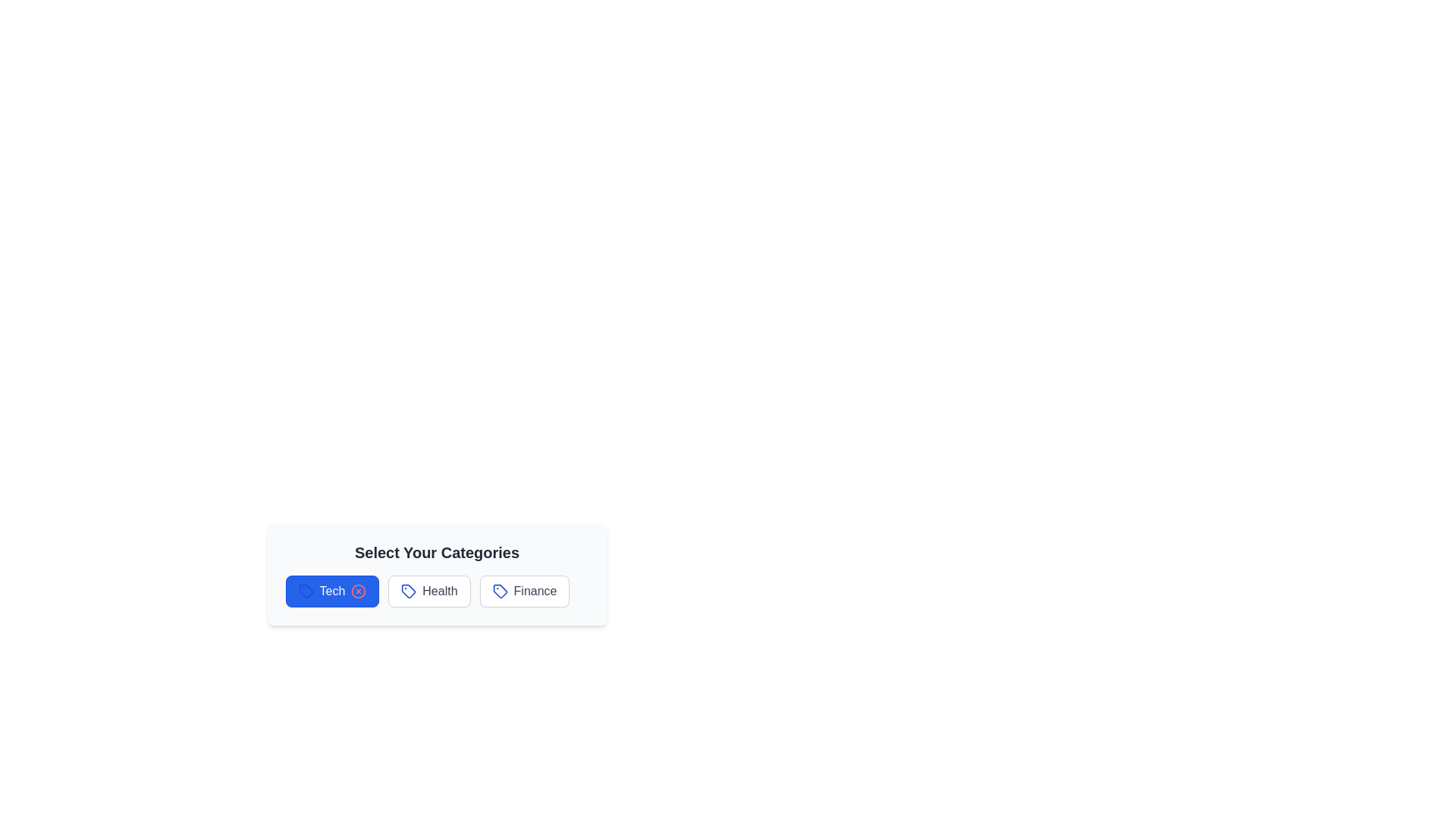 This screenshot has height=819, width=1456. What do you see at coordinates (331, 590) in the screenshot?
I see `the category Tech to visualize its hover effect` at bounding box center [331, 590].